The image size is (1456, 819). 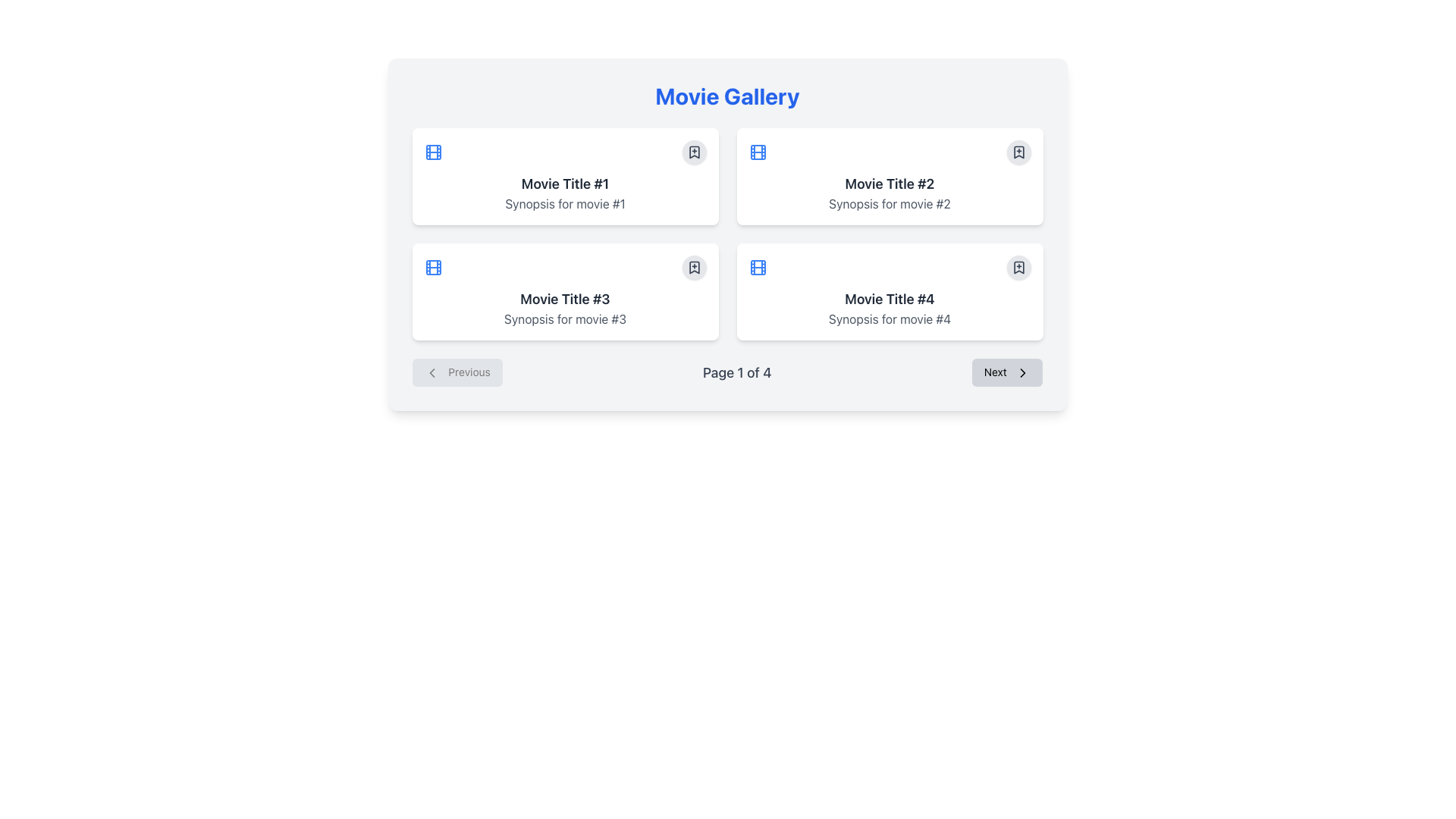 What do you see at coordinates (432, 267) in the screenshot?
I see `the film reel icon with a blue outline located at the top-left corner of the third content card in the Movie Gallery interface` at bounding box center [432, 267].